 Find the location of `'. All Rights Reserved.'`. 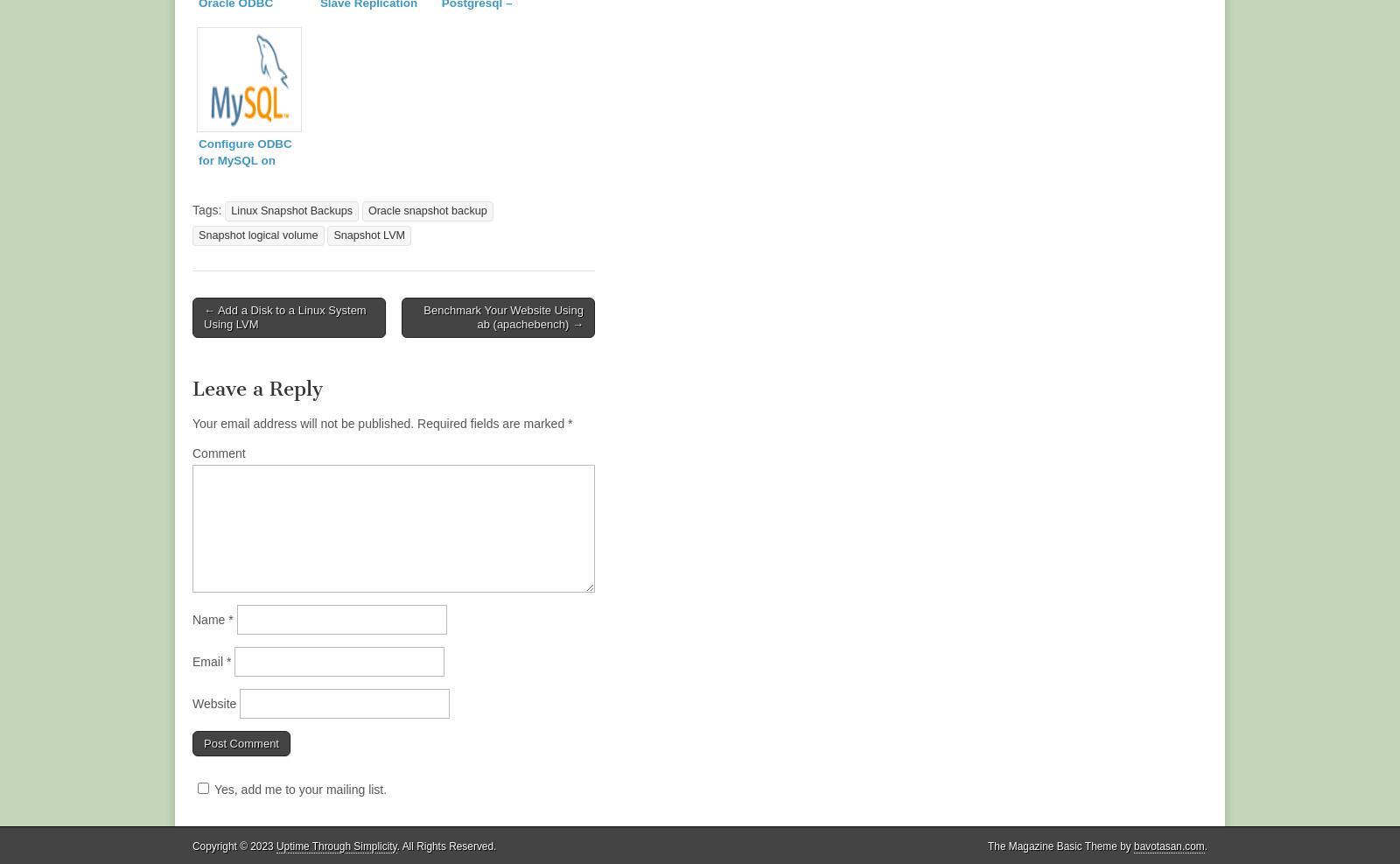

'. All Rights Reserved.' is located at coordinates (395, 845).